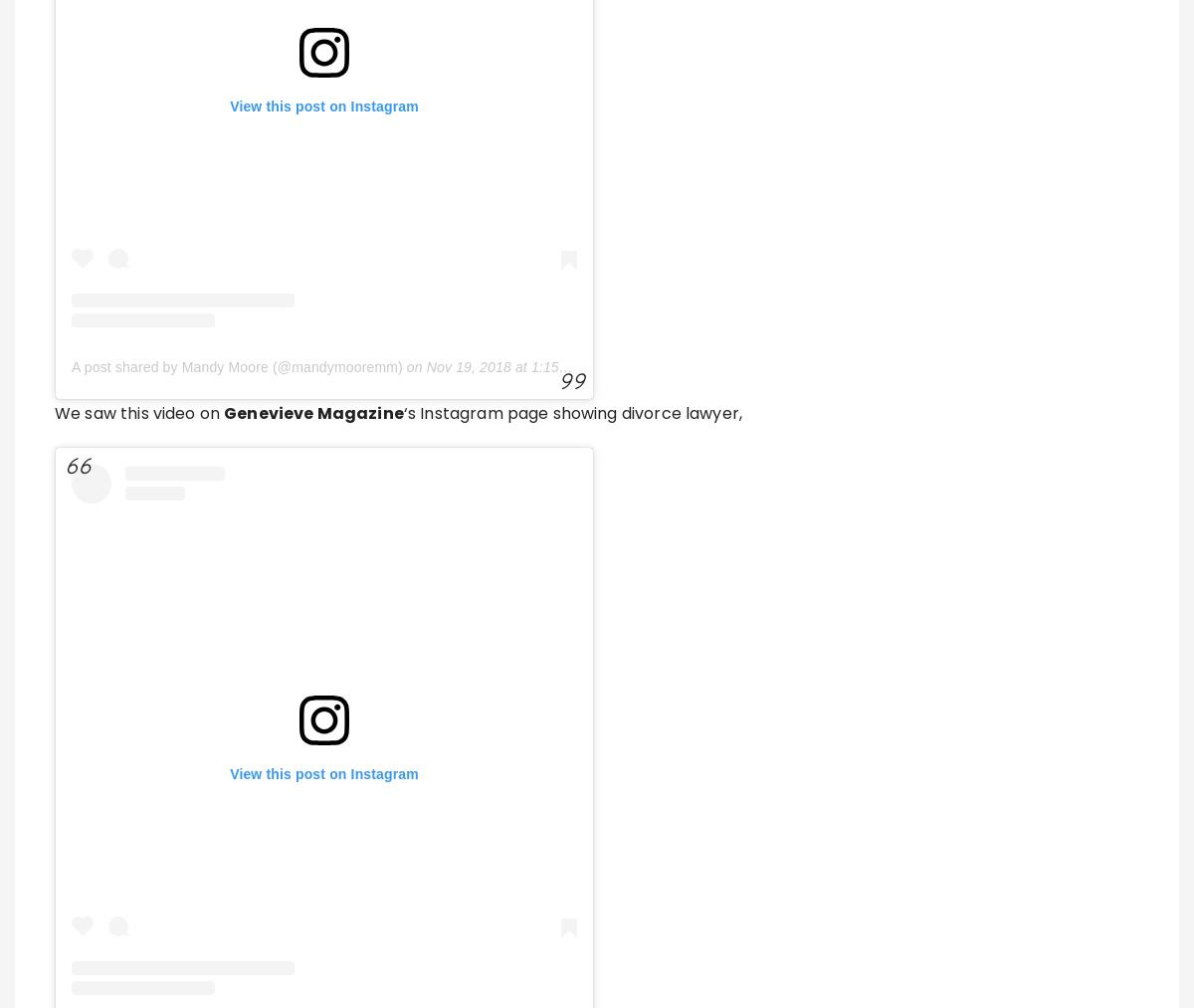 This screenshot has width=1194, height=1008. I want to click on 'on', so click(438, 197).